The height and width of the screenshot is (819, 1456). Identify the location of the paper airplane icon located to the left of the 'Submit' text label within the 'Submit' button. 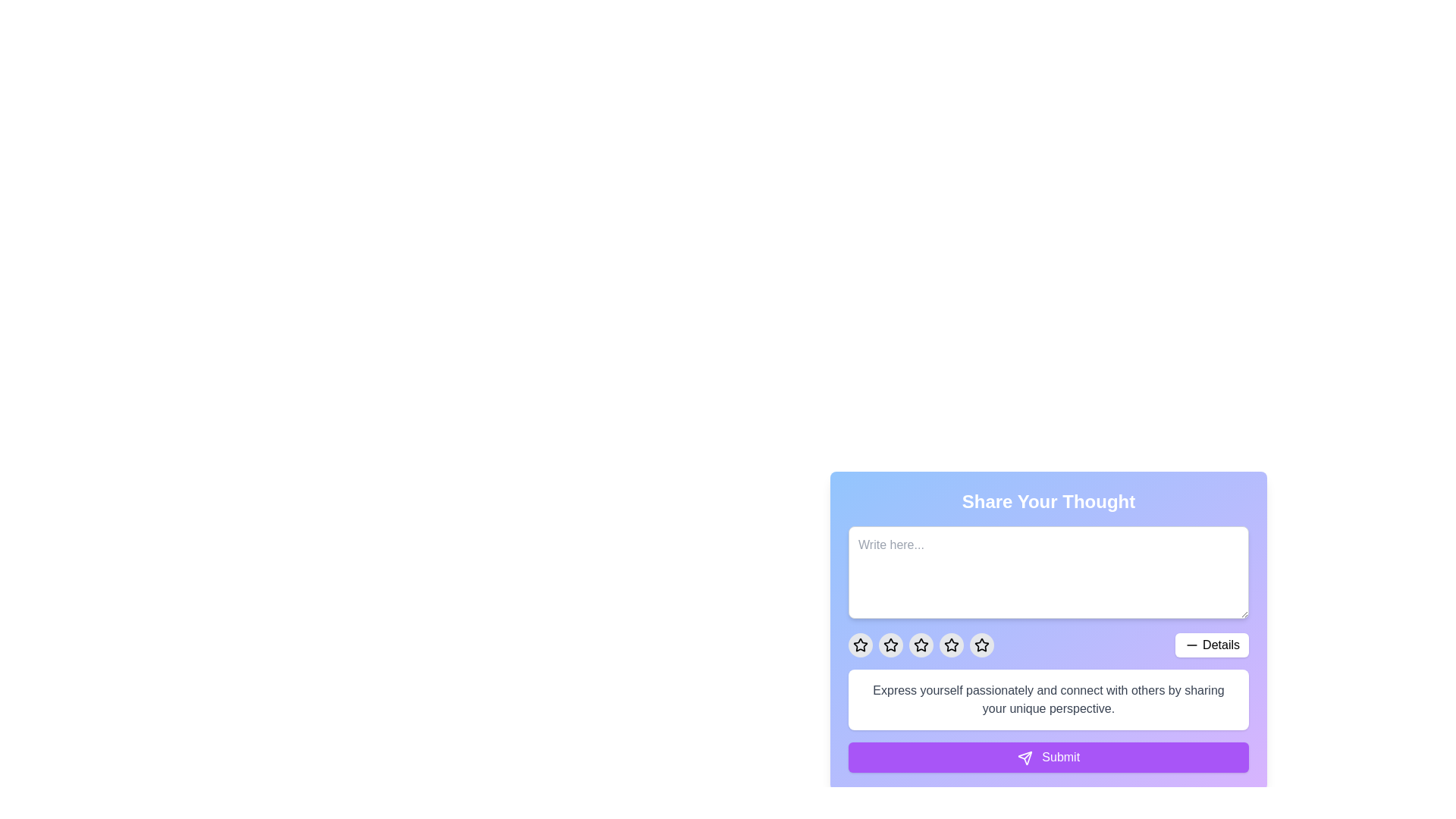
(1025, 758).